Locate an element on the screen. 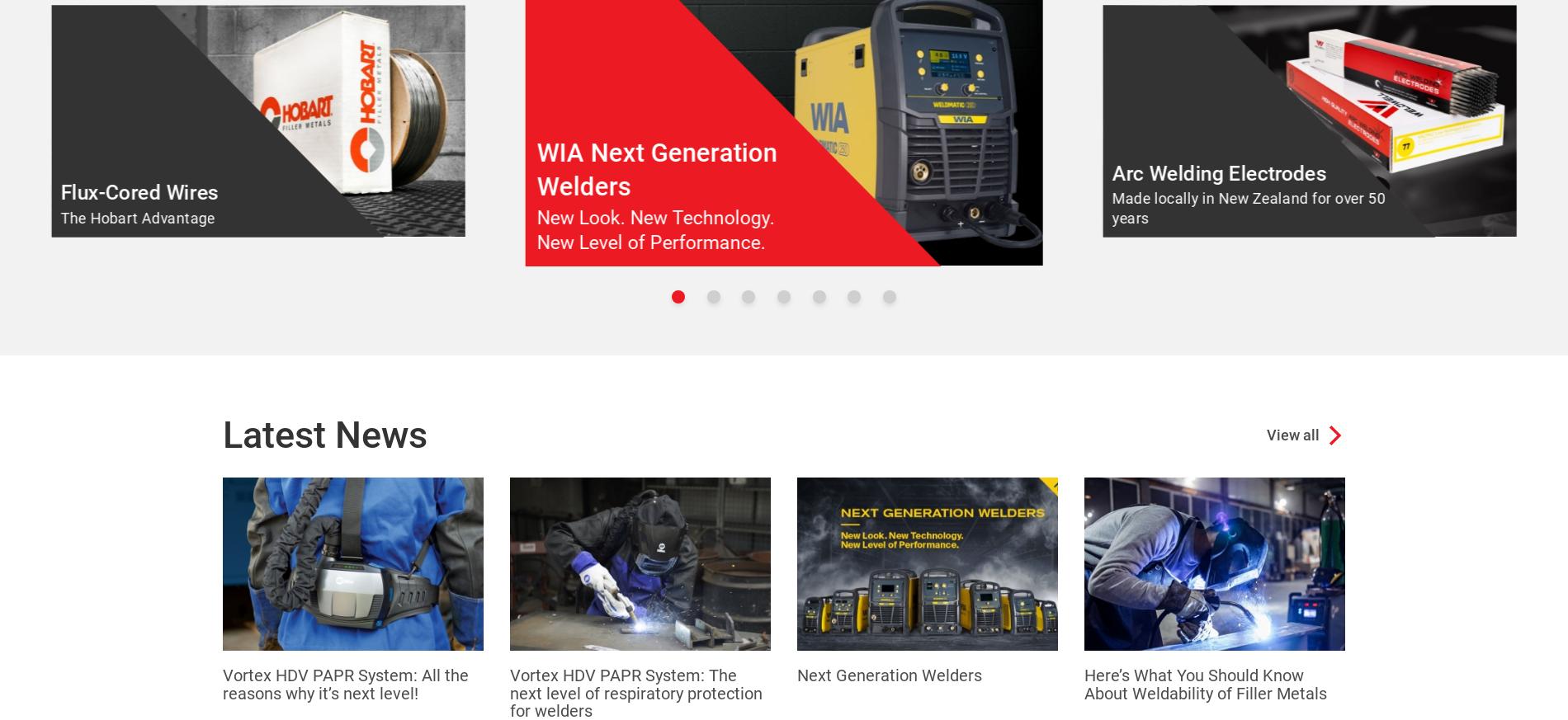 The width and height of the screenshot is (1568, 720). 'New Look. New Technology.' is located at coordinates (654, 218).